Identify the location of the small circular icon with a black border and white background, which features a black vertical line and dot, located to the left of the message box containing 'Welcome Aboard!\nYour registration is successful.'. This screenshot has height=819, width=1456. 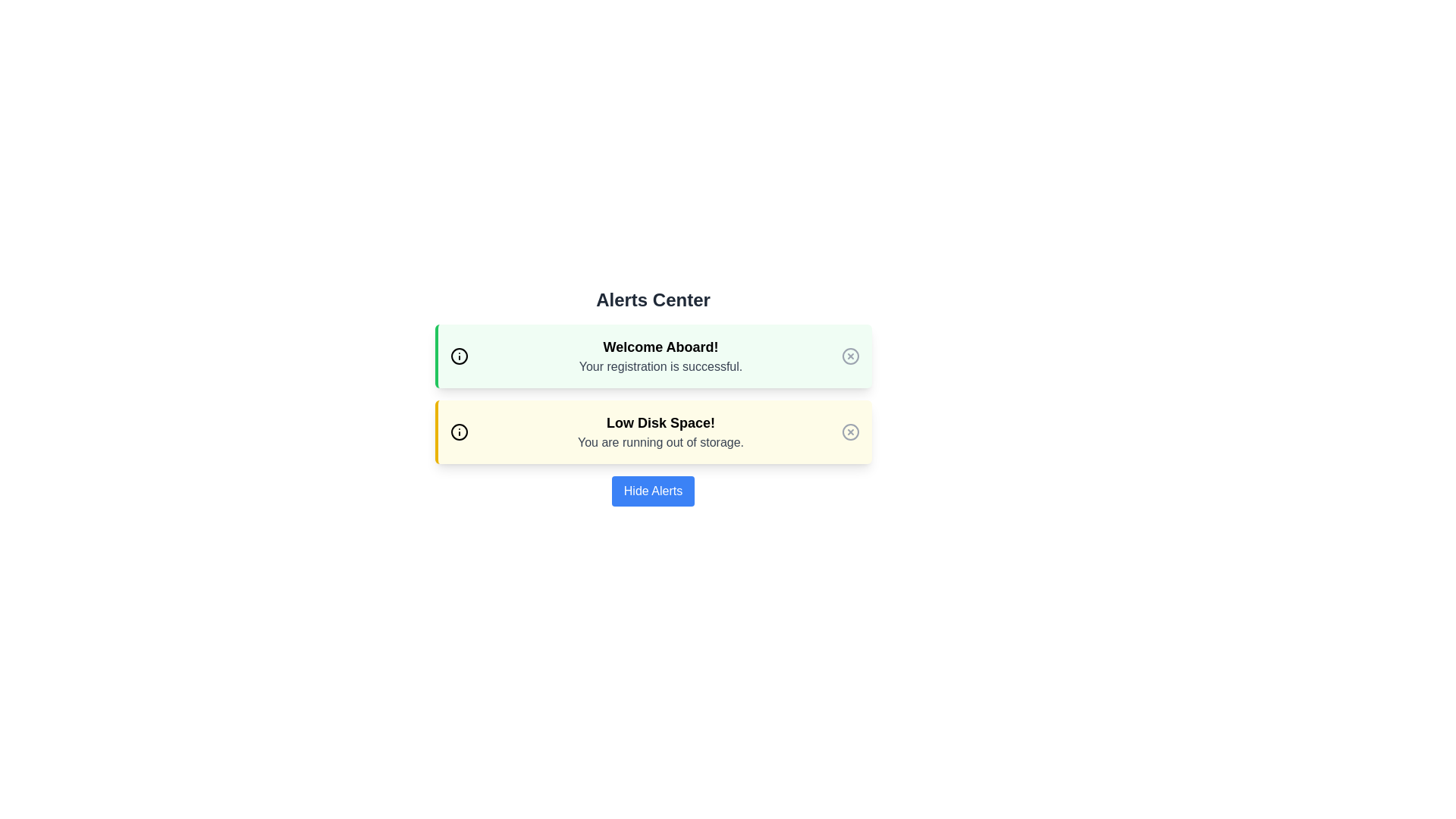
(458, 356).